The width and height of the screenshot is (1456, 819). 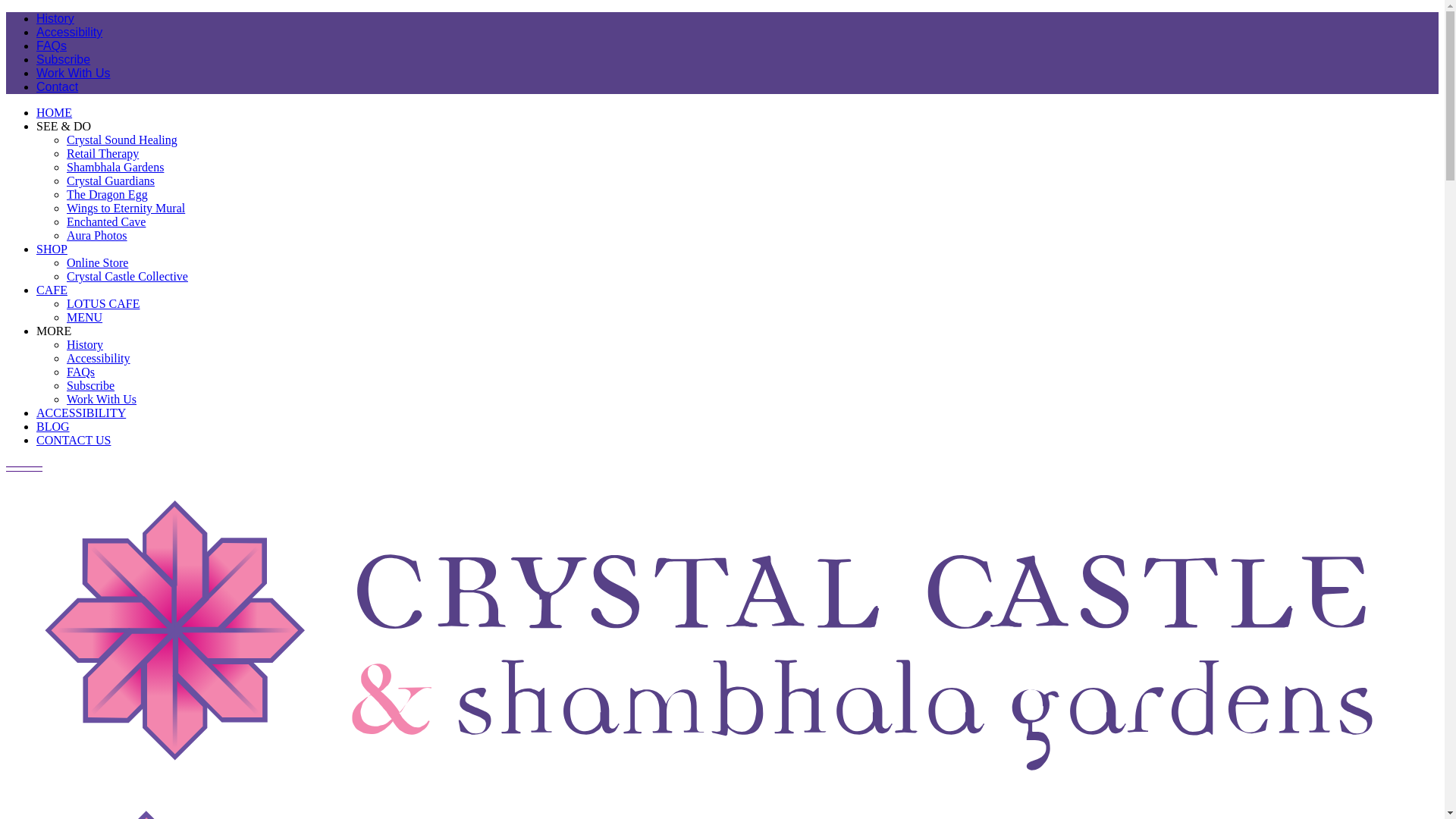 What do you see at coordinates (62, 125) in the screenshot?
I see `'SEE & DO'` at bounding box center [62, 125].